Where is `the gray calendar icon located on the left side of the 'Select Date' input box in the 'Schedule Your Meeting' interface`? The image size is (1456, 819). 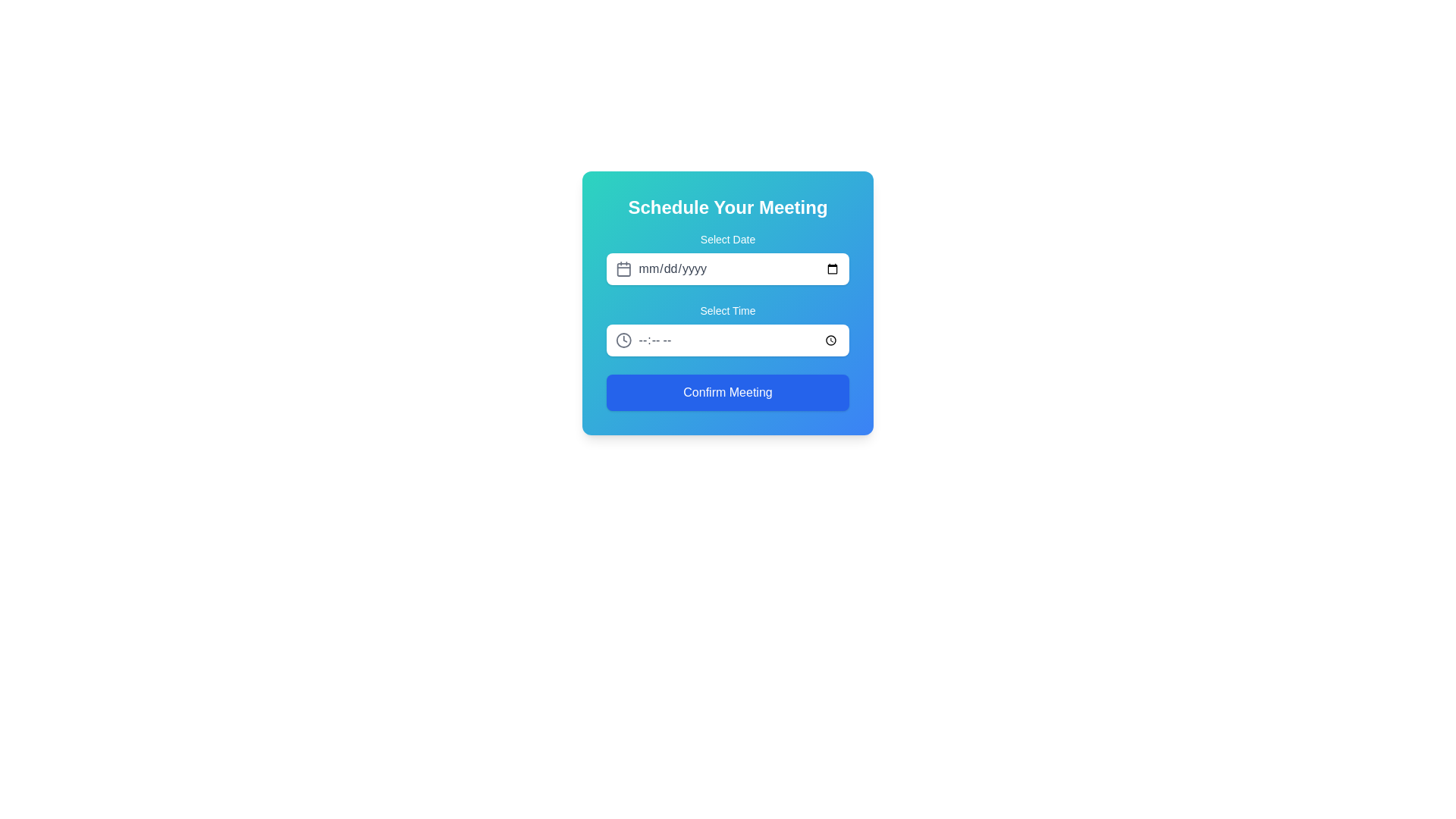
the gray calendar icon located on the left side of the 'Select Date' input box in the 'Schedule Your Meeting' interface is located at coordinates (623, 268).